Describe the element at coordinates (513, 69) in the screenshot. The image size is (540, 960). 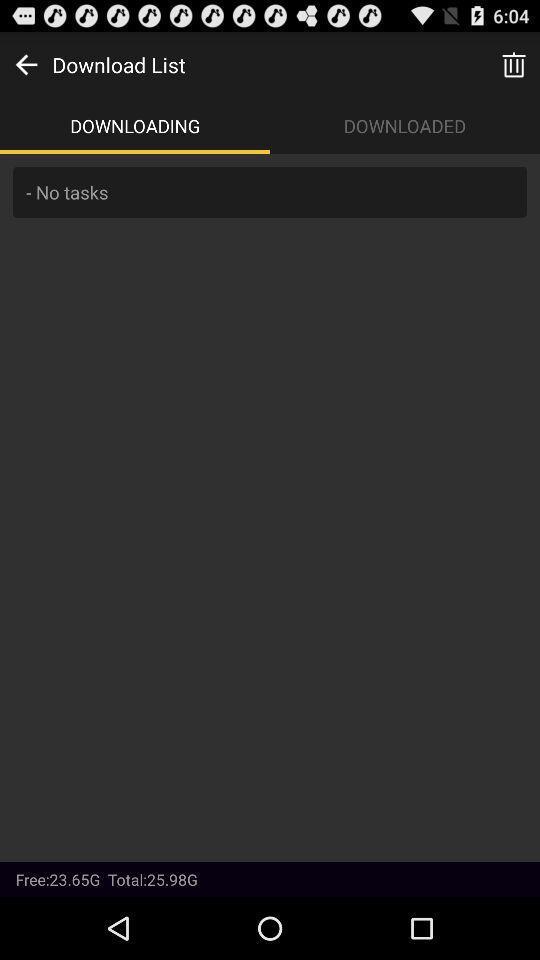
I see `the delete icon` at that location.